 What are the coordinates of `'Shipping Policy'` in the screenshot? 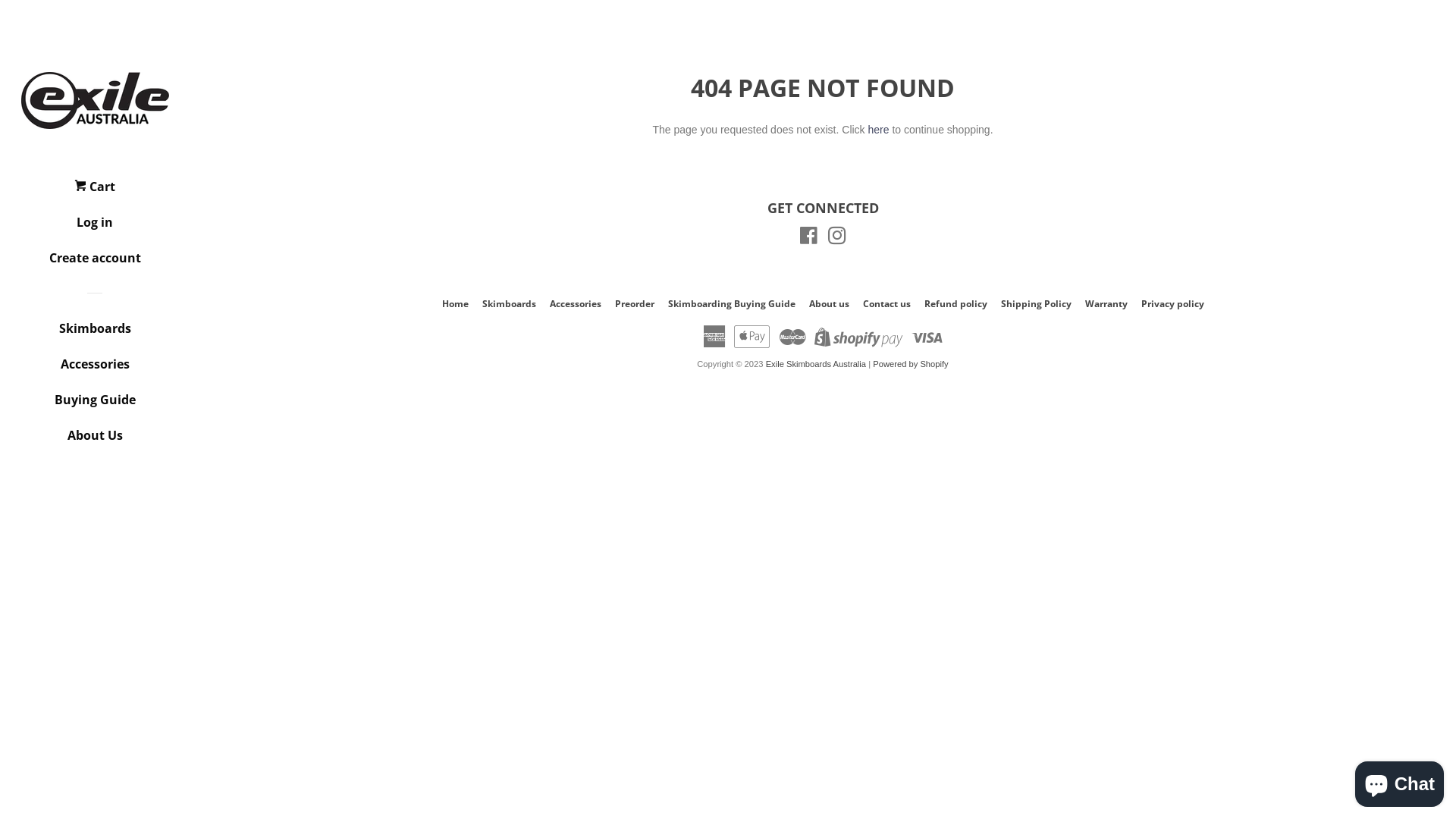 It's located at (1035, 303).